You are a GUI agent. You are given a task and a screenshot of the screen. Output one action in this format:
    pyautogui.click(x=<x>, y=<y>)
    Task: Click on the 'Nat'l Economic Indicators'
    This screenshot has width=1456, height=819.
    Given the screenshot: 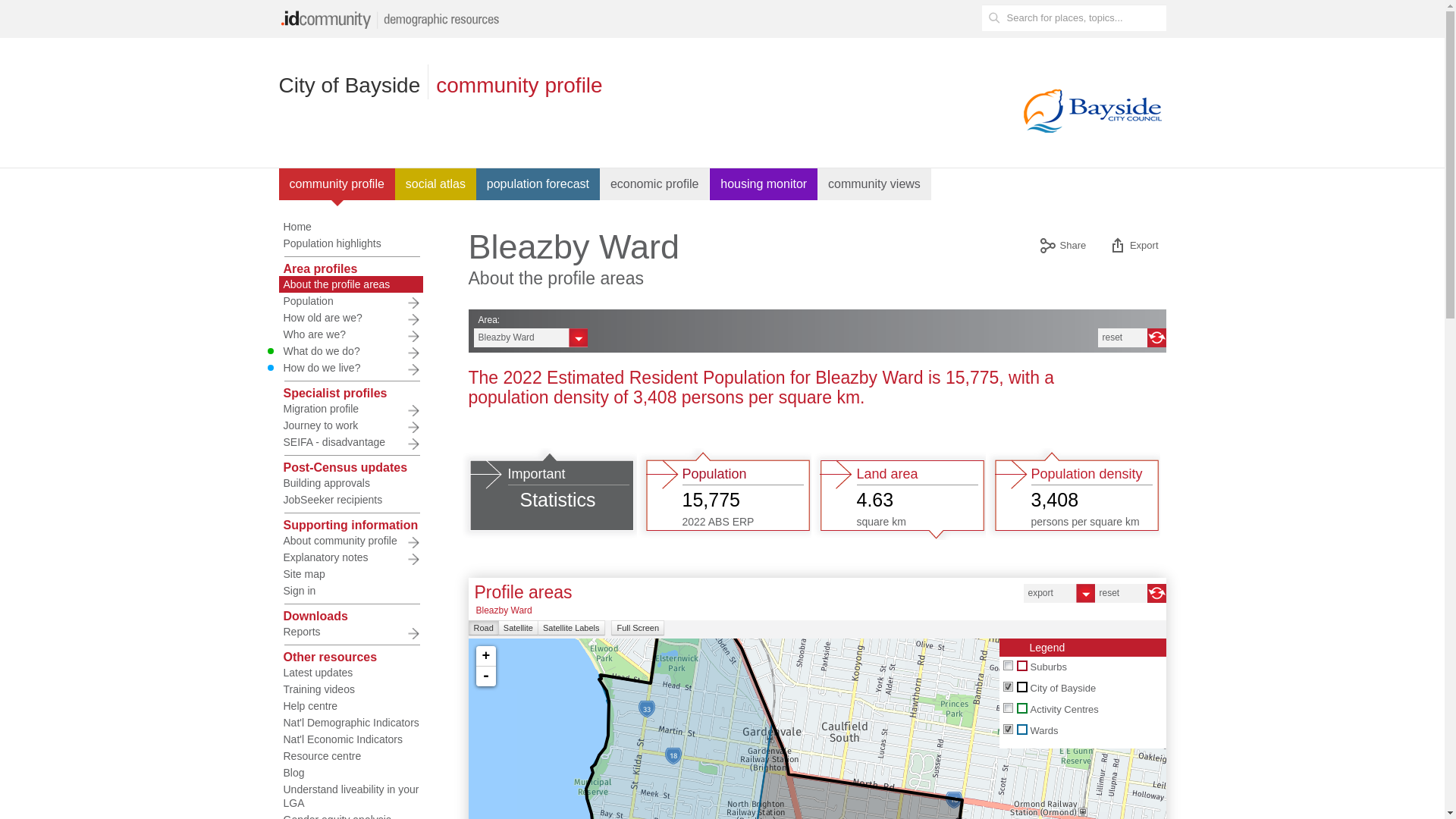 What is the action you would take?
    pyautogui.click(x=350, y=739)
    